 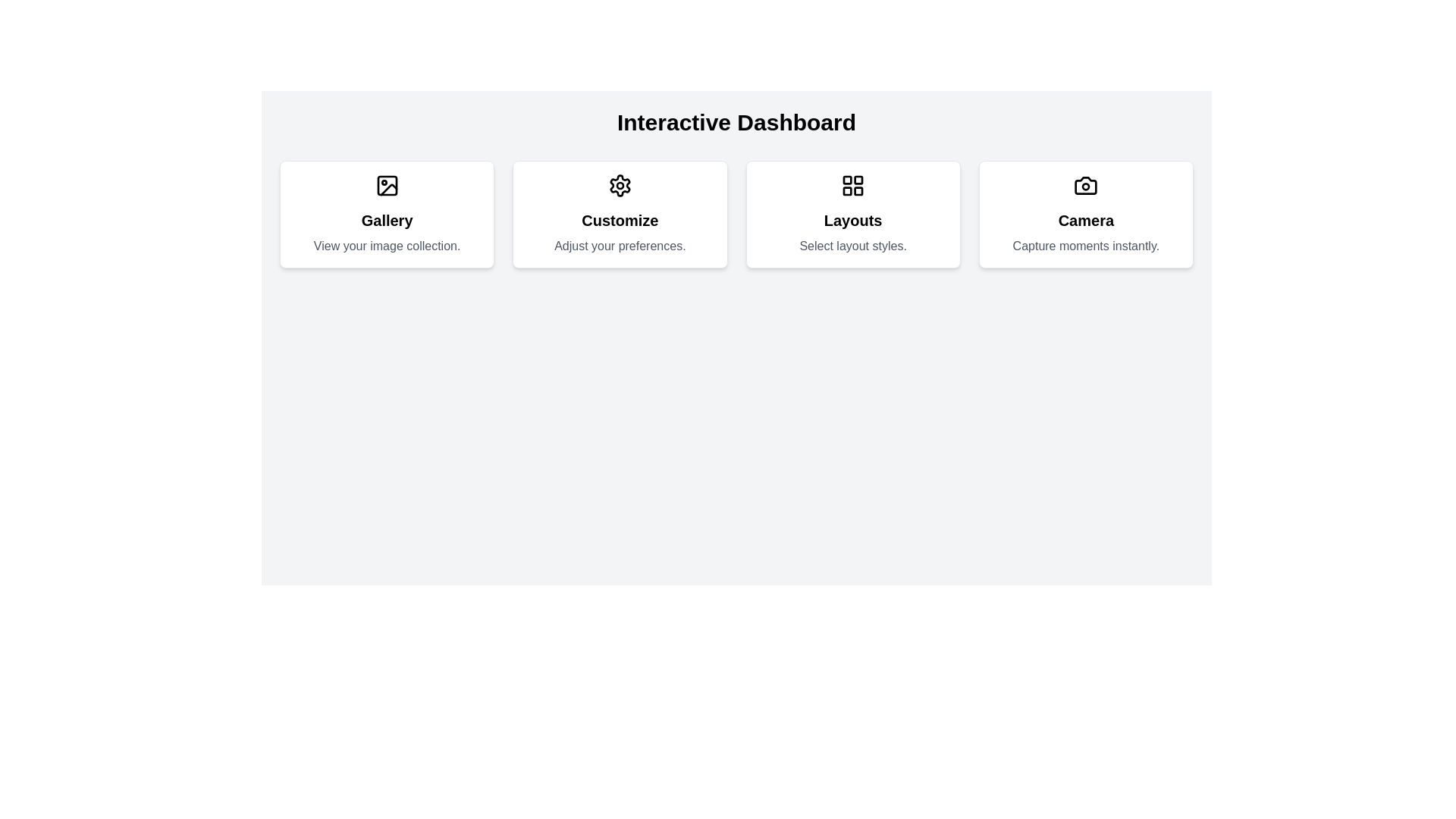 What do you see at coordinates (1085, 185) in the screenshot?
I see `the body of the camera icon located within the 'Camera' feature card at the bottom-right of the grid` at bounding box center [1085, 185].